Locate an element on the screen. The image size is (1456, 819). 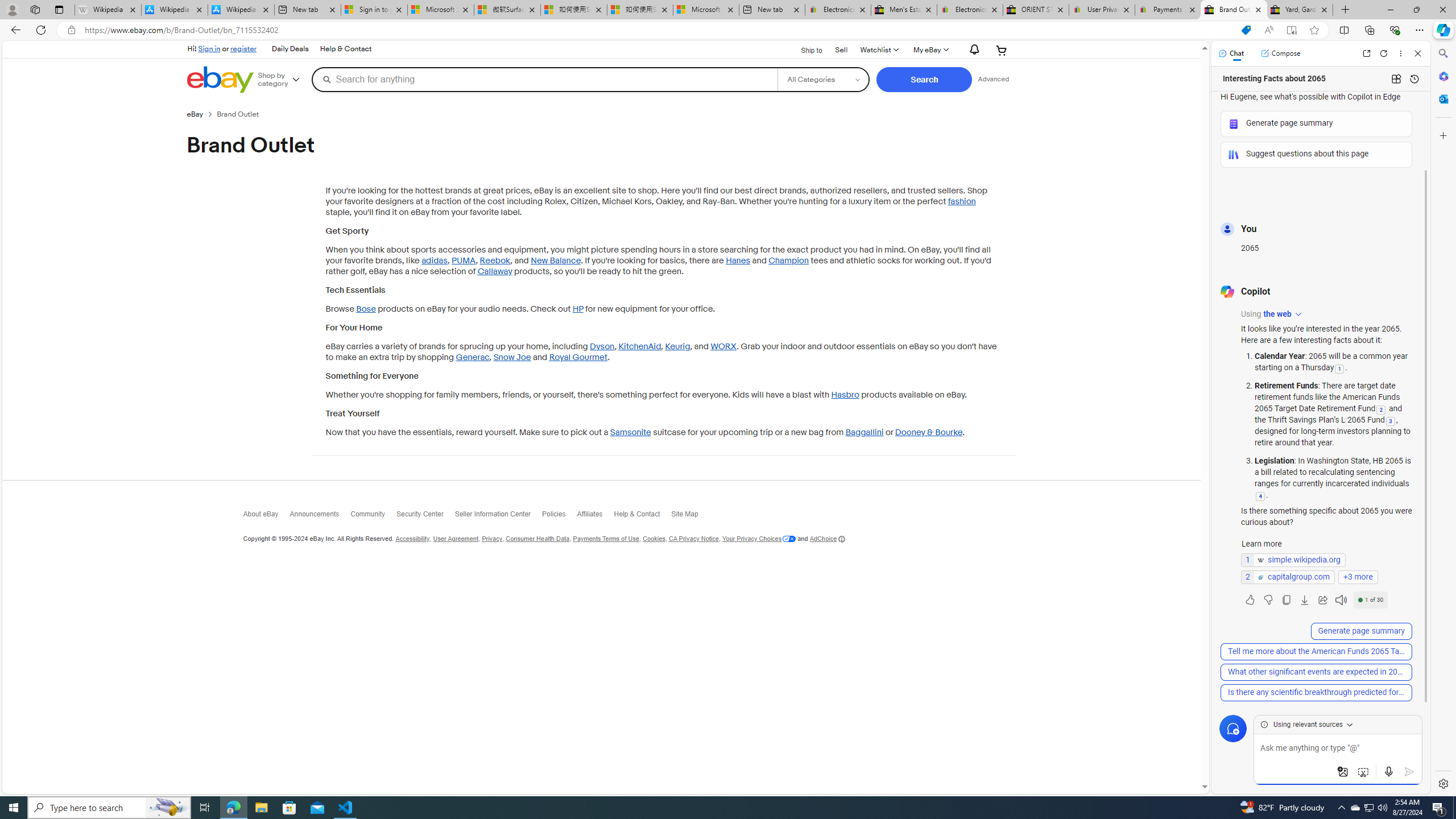
'eBay' is located at coordinates (195, 113).